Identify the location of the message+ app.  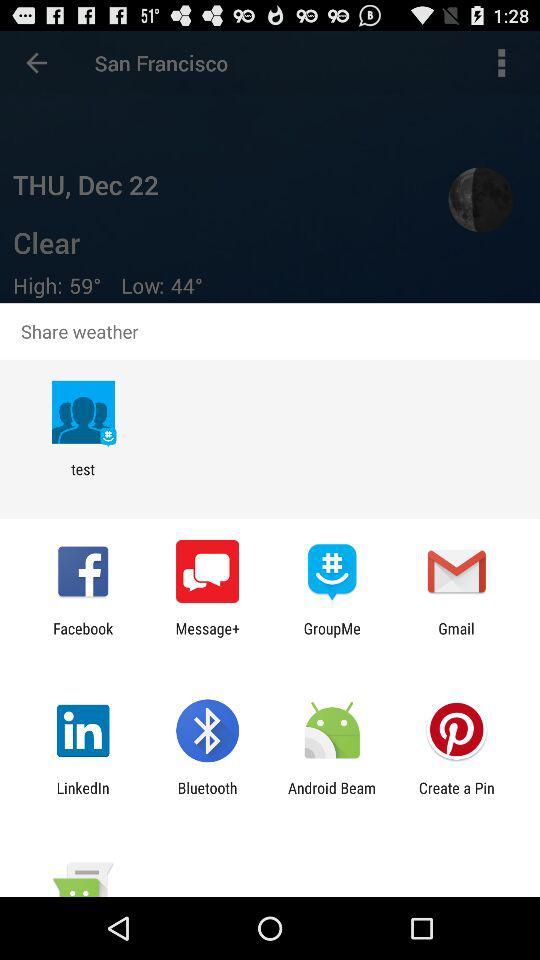
(206, 636).